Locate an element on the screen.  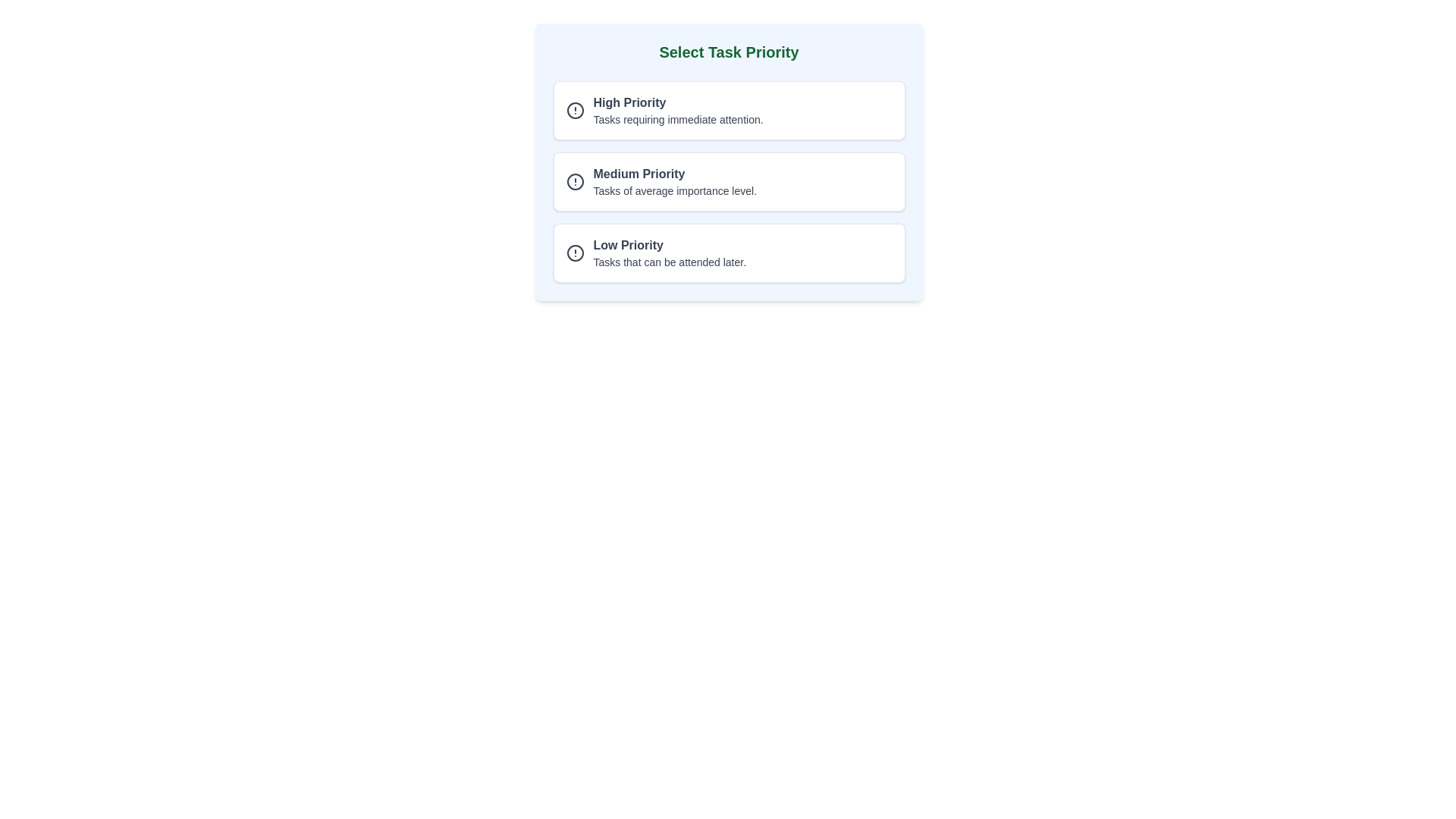
the priority level by clicking the corresponding button: Medium Priority is located at coordinates (729, 180).